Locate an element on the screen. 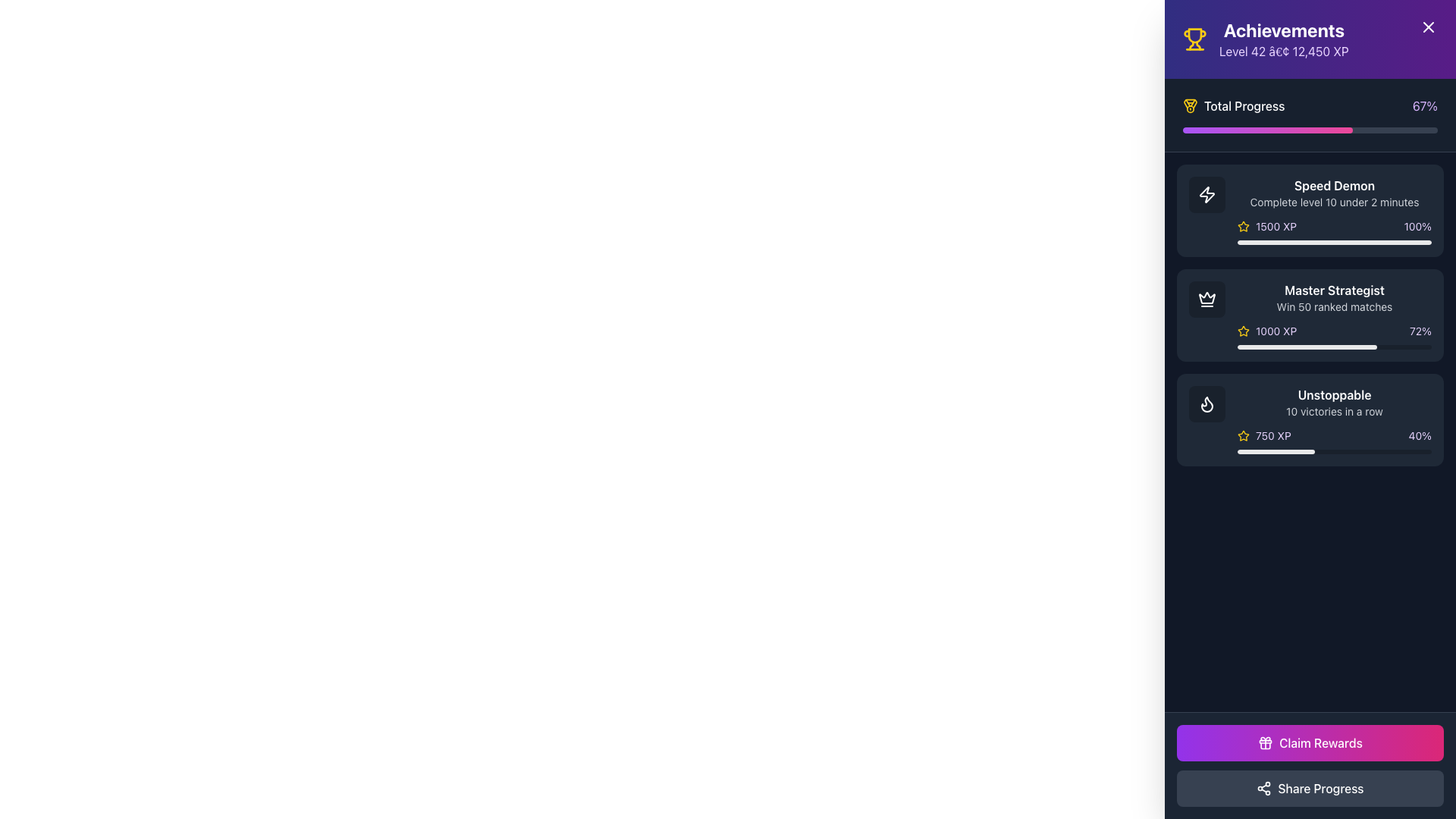 This screenshot has width=1456, height=819. the progress bar indicating 100% progress located under the 'Speed Demon' achievement description is located at coordinates (1335, 242).